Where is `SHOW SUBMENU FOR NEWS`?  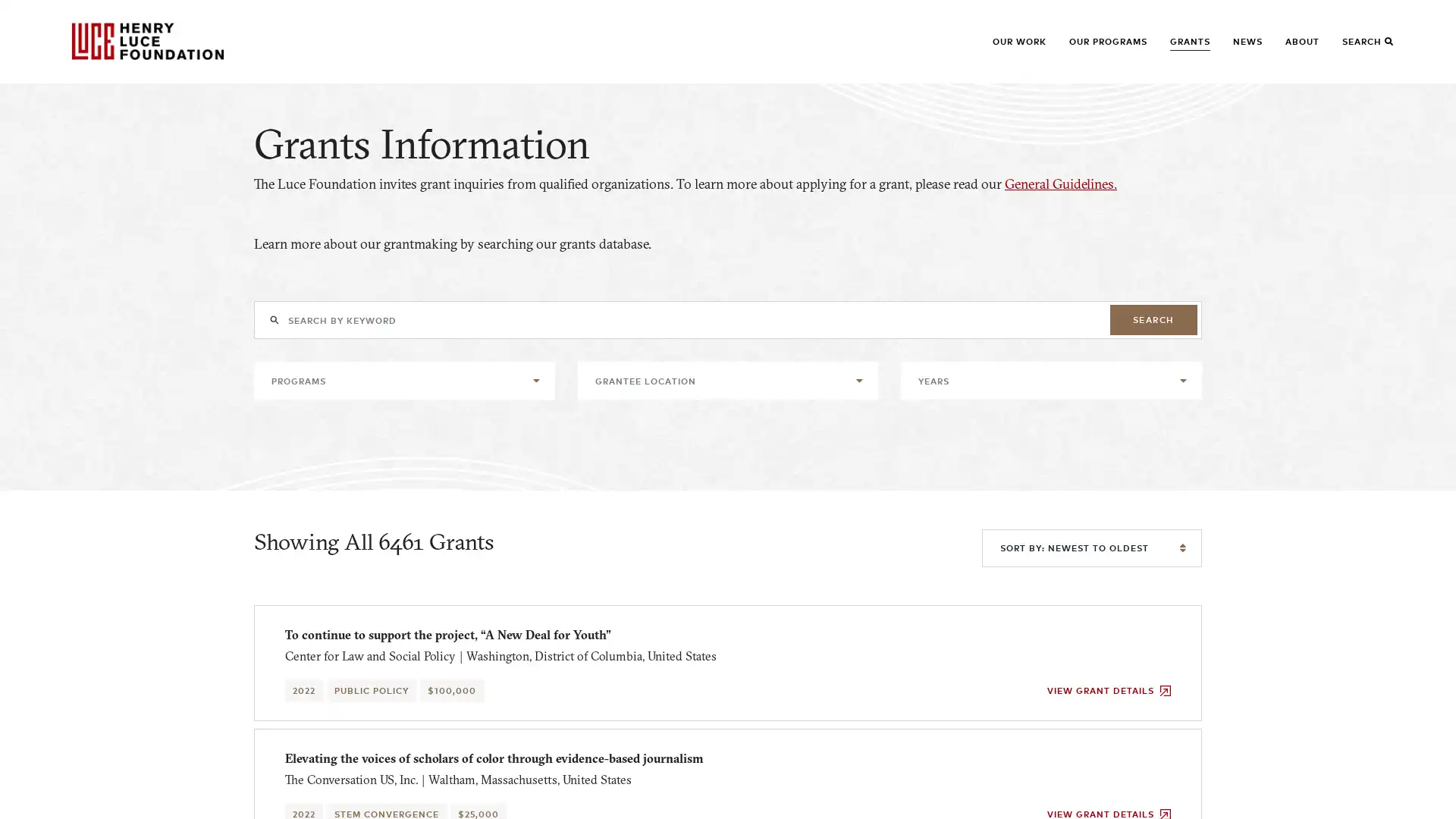
SHOW SUBMENU FOR NEWS is located at coordinates (1257, 48).